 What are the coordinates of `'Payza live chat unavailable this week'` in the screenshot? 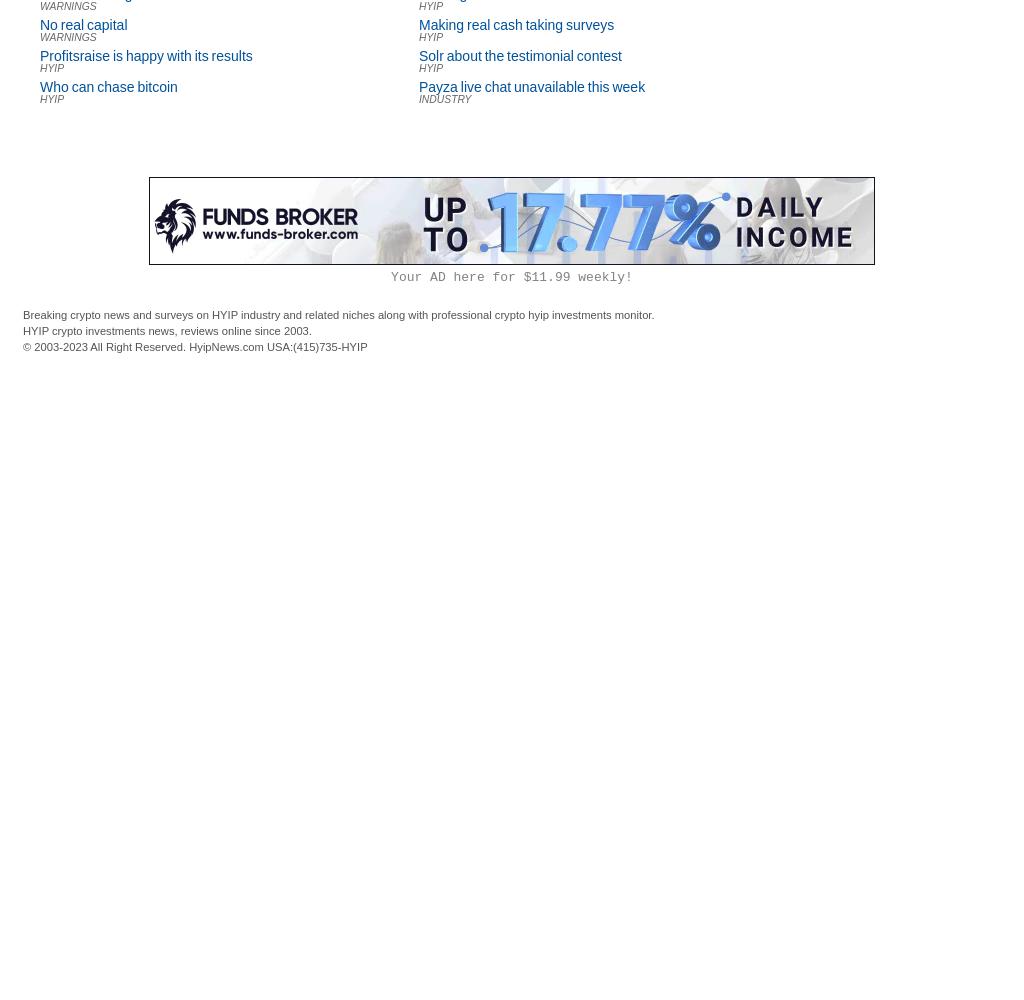 It's located at (531, 86).